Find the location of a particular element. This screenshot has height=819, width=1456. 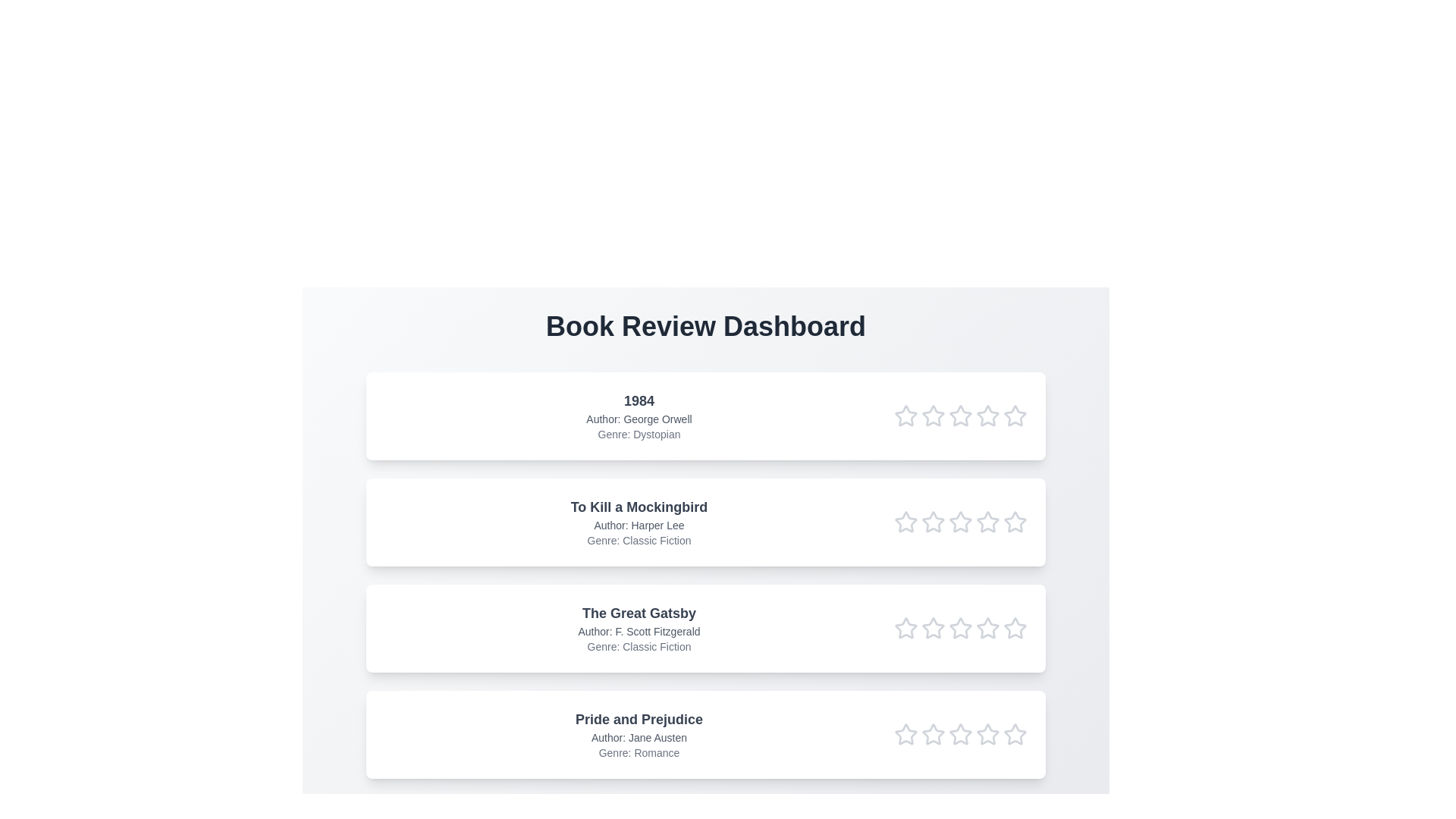

the star corresponding to 3 in the rating row of the book titled To Kill a Mockingbird is located at coordinates (960, 522).